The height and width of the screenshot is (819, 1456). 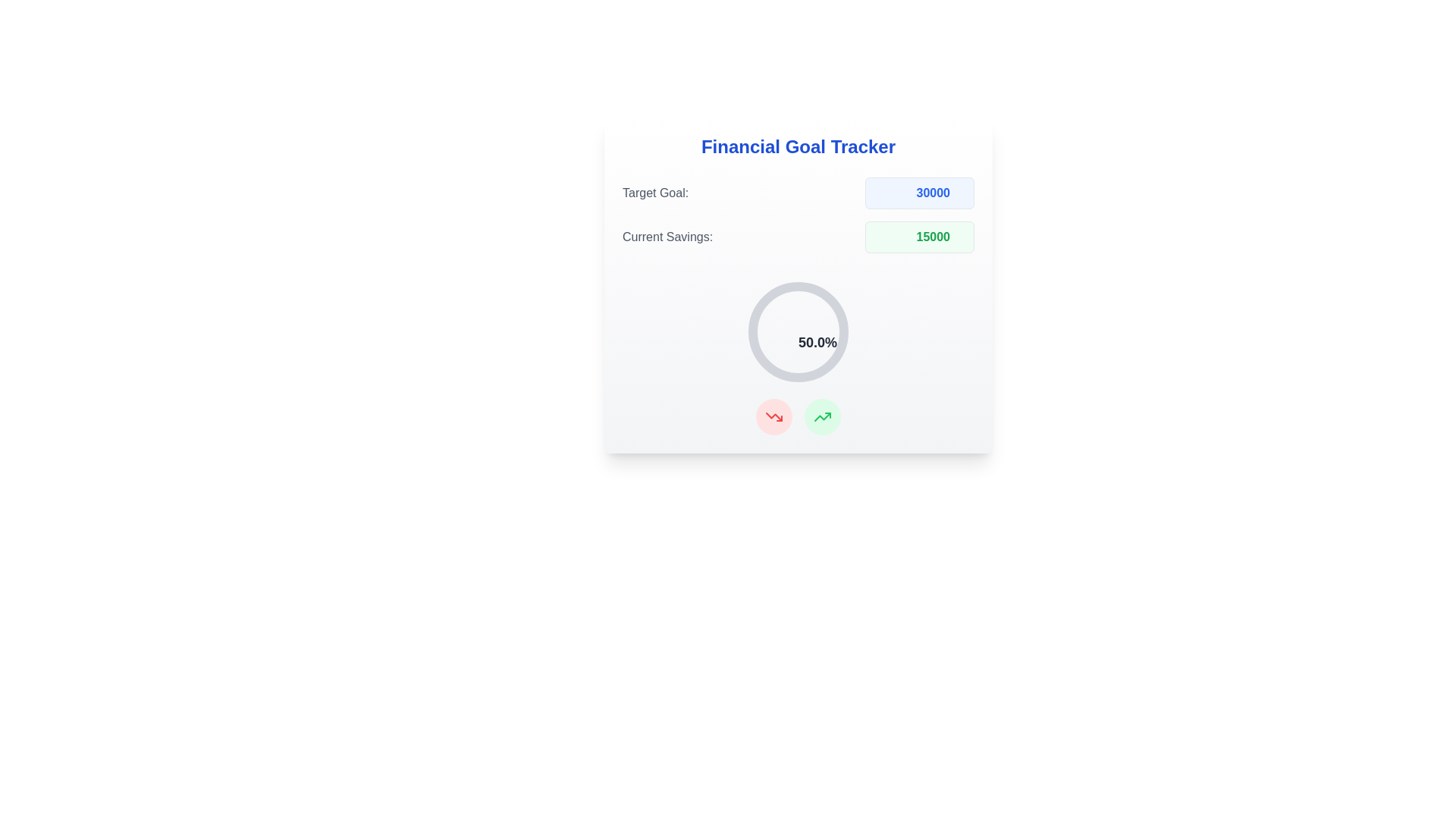 I want to click on the Information display block displaying the target financial goal of '30000', located at the top of the 'Target Goal' section in the Financial Goal Tracker interface, so click(x=797, y=192).